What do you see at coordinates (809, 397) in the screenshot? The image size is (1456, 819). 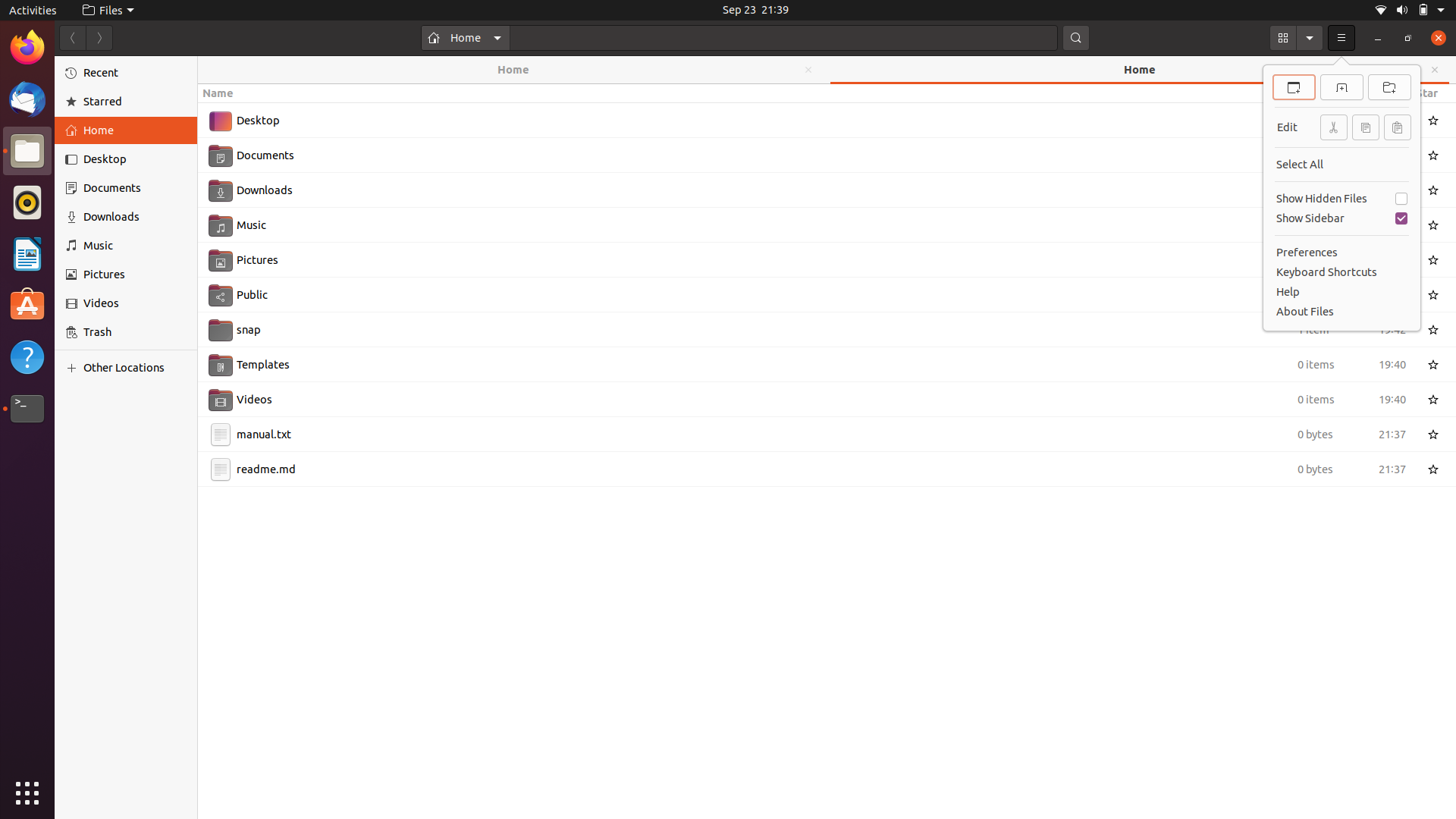 I see `Direct the cursor to "Videos" by utilizing the mouse and open the folder via keyboard typing` at bounding box center [809, 397].